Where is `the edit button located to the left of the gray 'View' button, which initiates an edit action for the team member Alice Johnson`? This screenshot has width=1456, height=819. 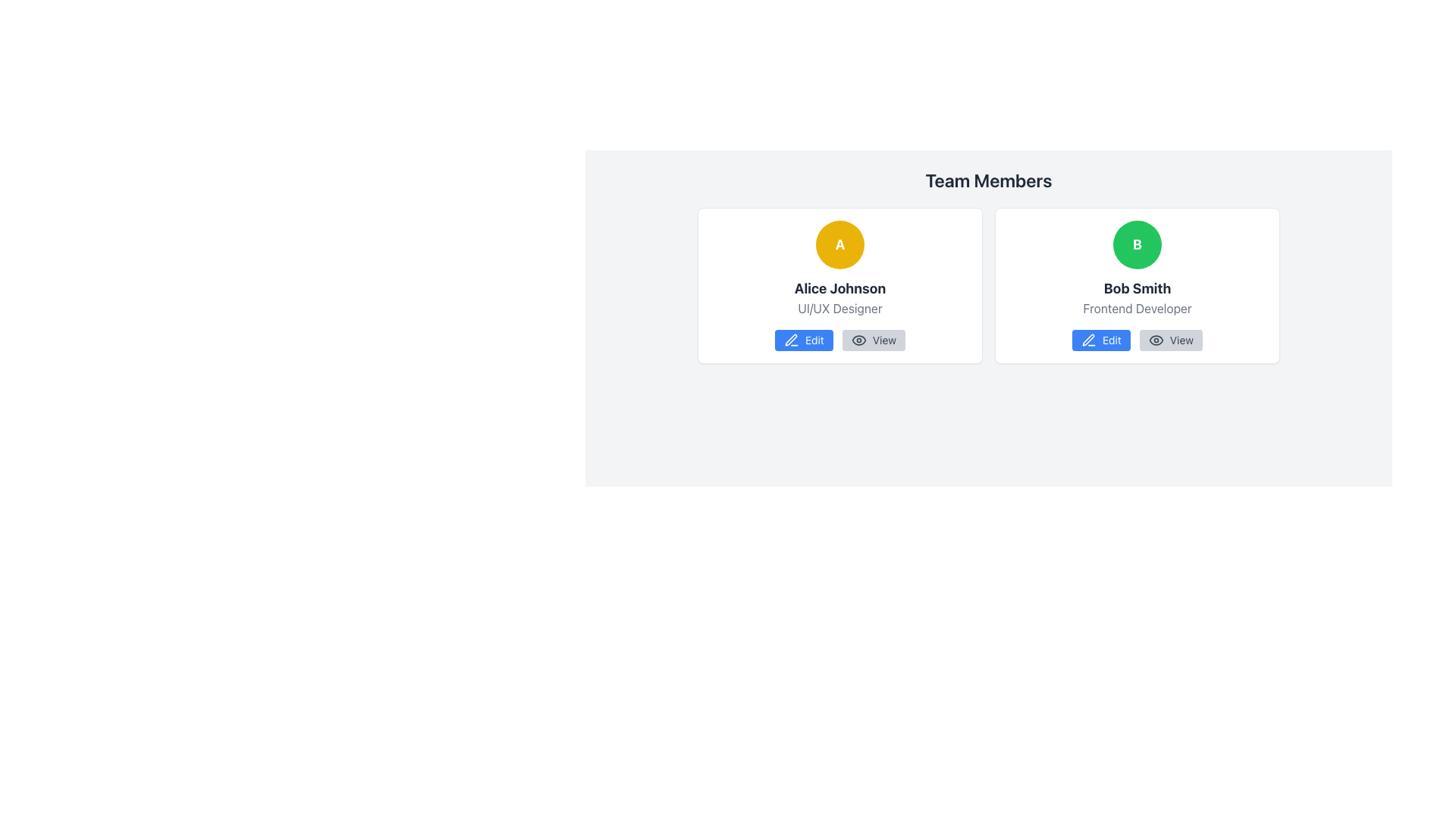 the edit button located to the left of the gray 'View' button, which initiates an edit action for the team member Alice Johnson is located at coordinates (803, 339).